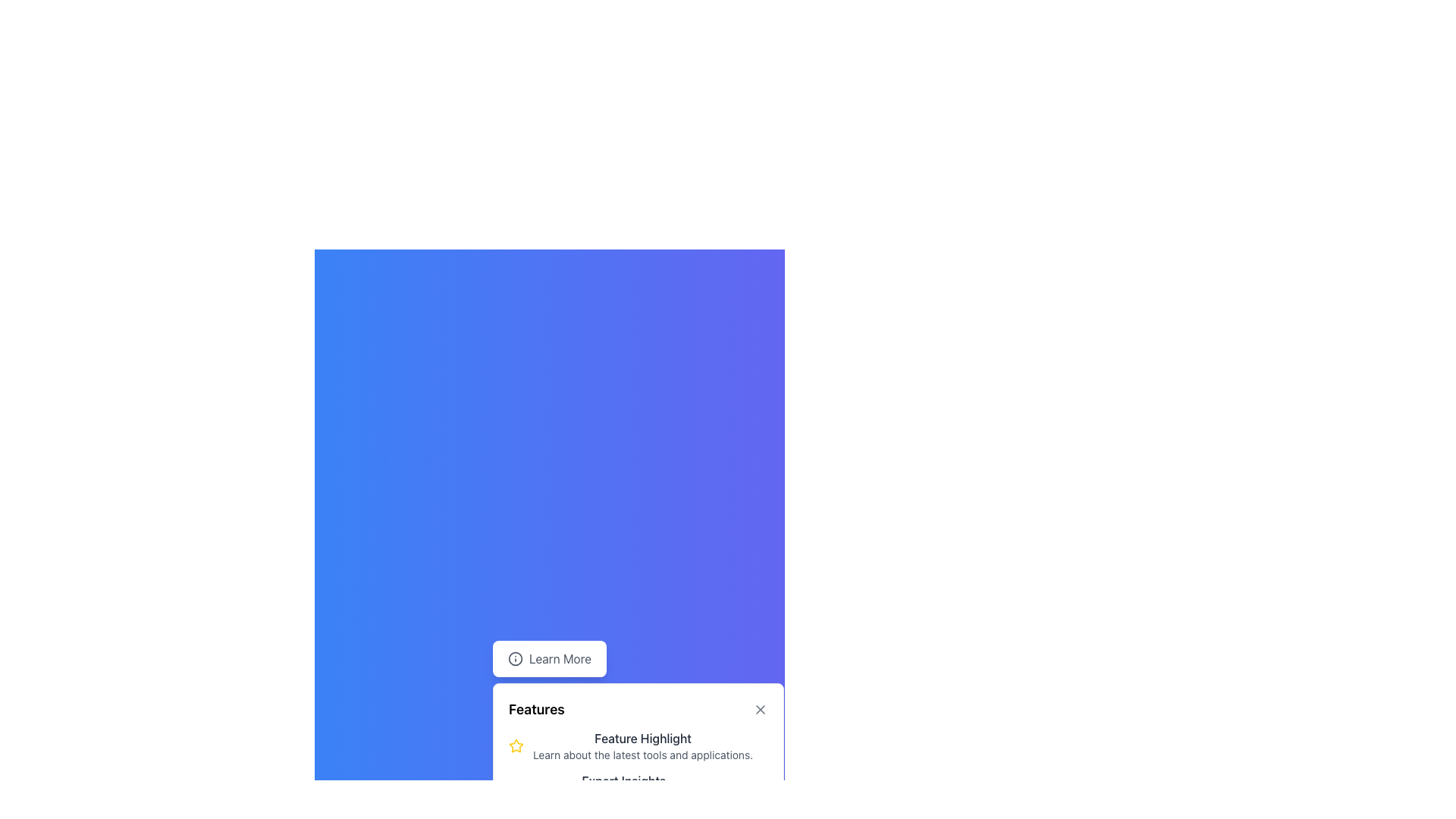  Describe the element at coordinates (623, 788) in the screenshot. I see `the Text Label Pair located in the 'Features' section, positioned below the 'Feature Highlight' card and next to a star icon` at that location.